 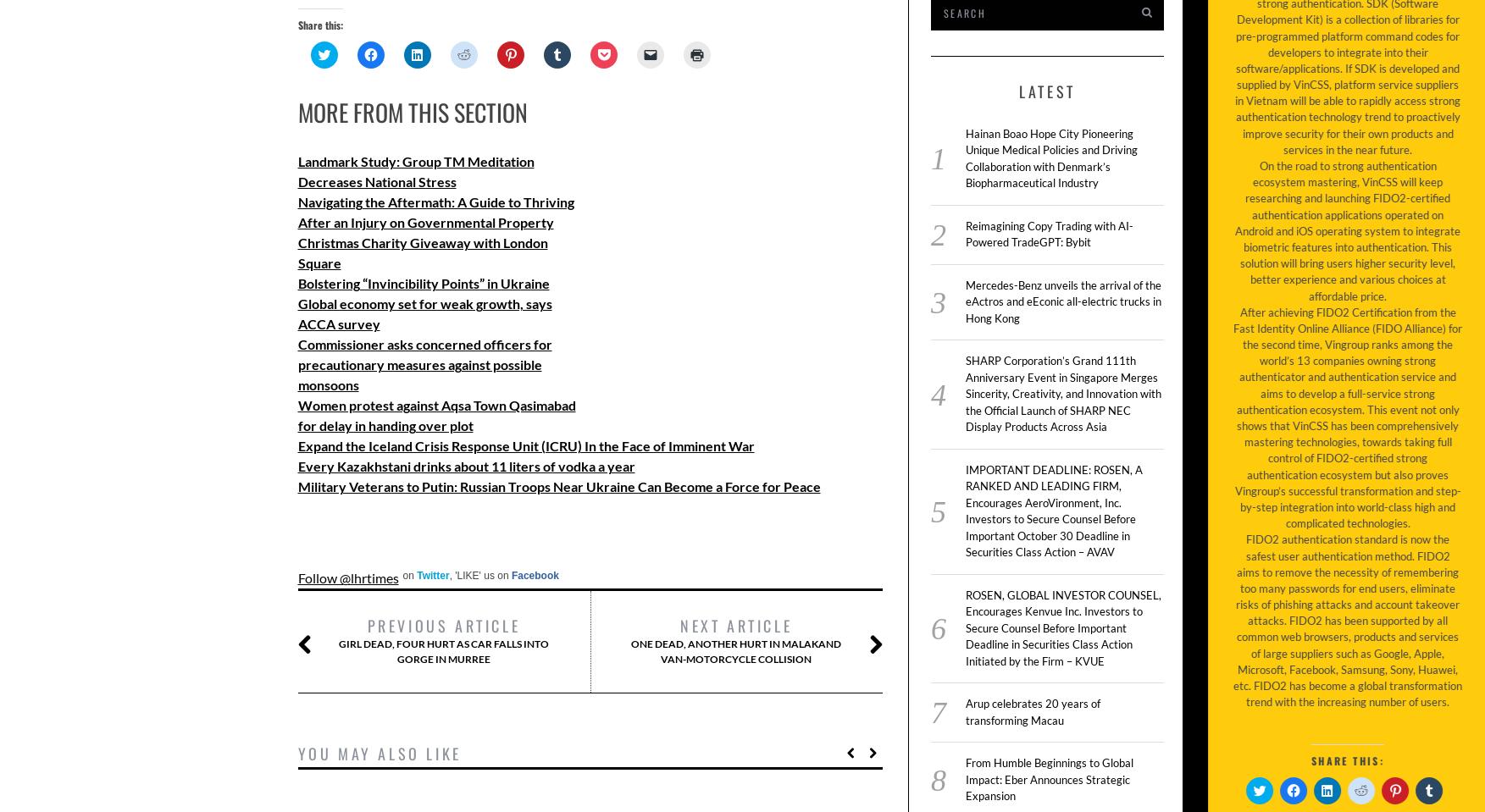 What do you see at coordinates (417, 576) in the screenshot?
I see `'Twitter'` at bounding box center [417, 576].